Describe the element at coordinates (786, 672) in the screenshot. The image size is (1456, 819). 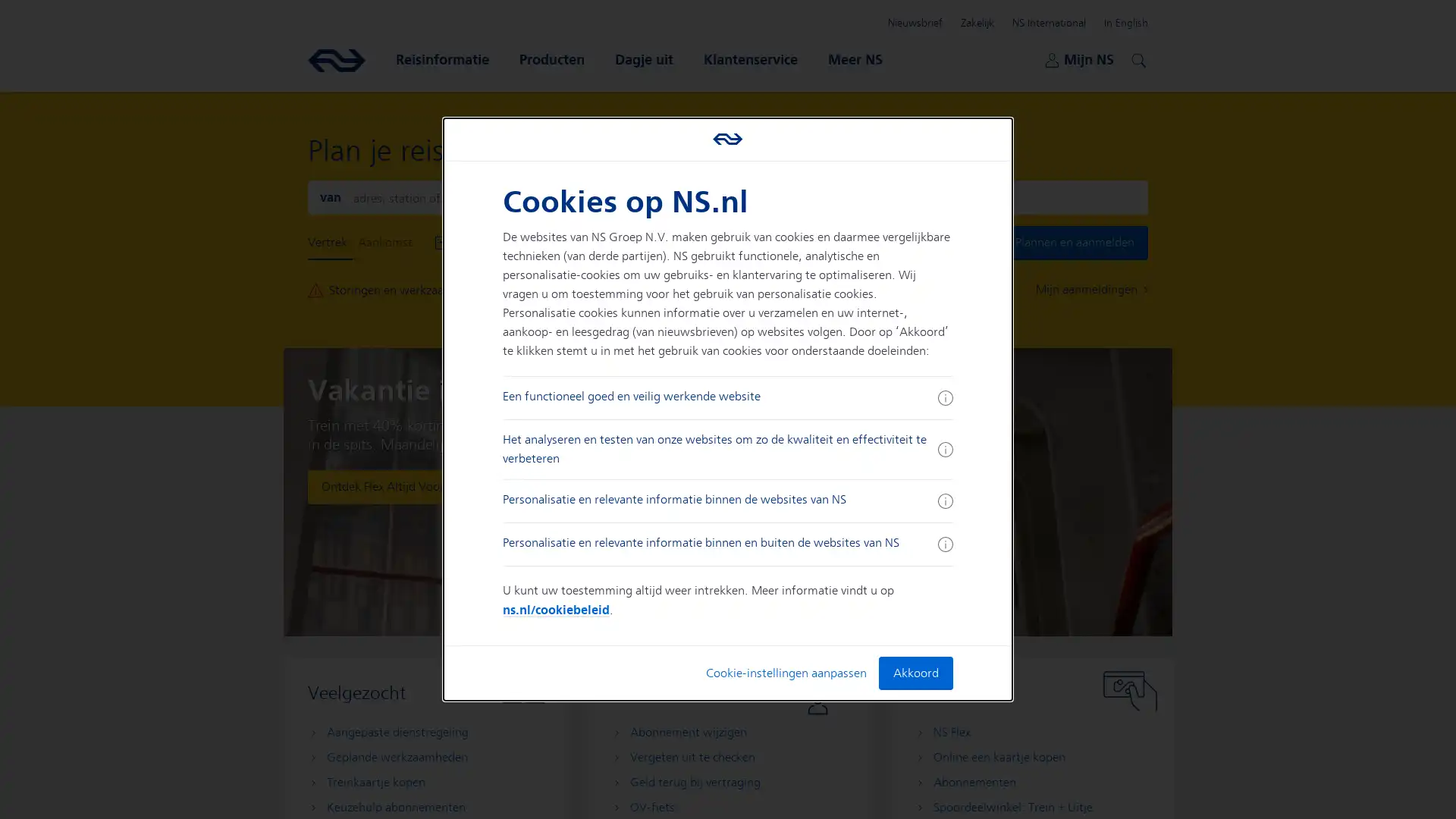
I see `Cookie-instellingen aanpassen` at that location.